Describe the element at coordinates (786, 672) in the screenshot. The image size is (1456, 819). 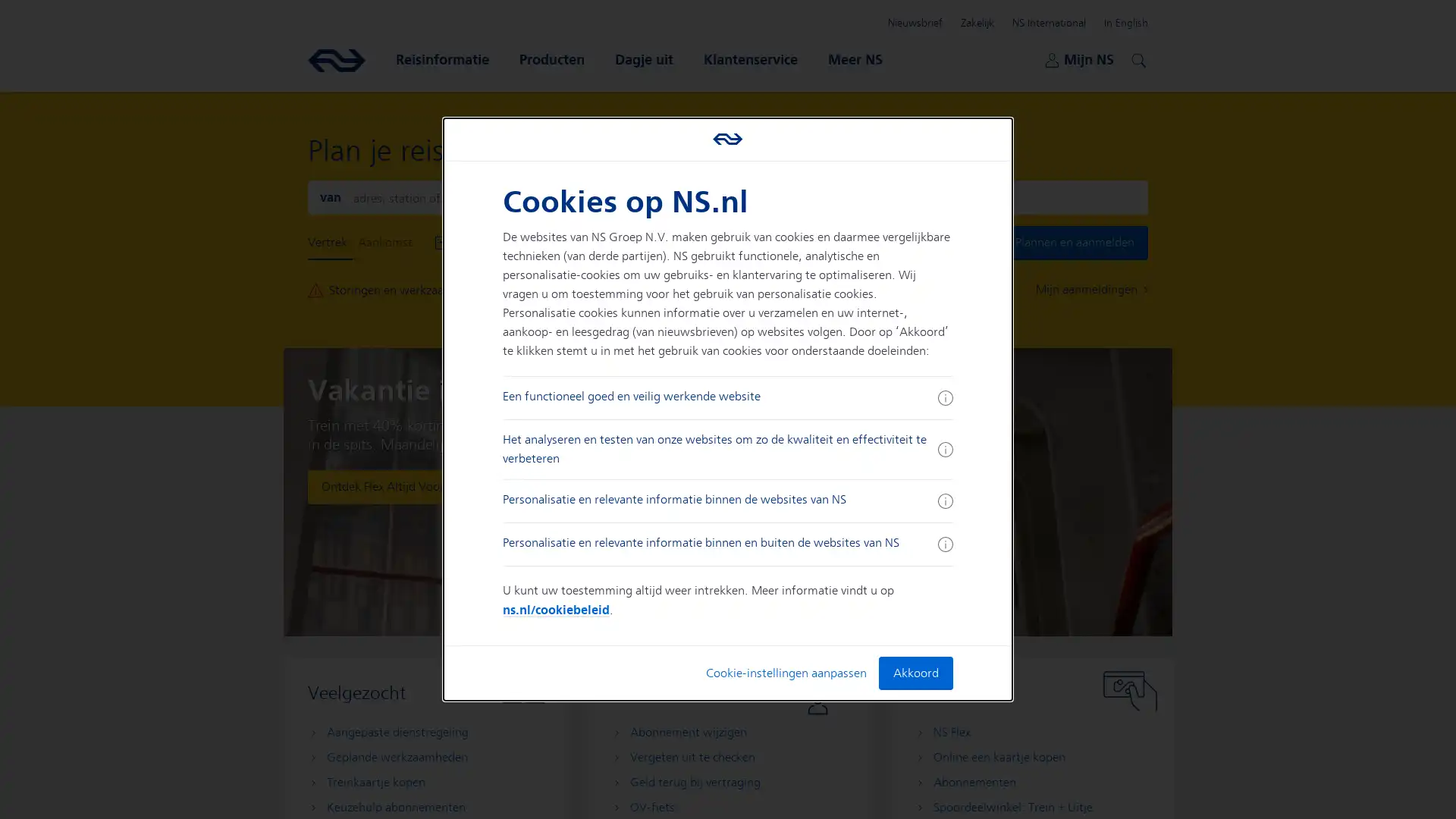
I see `Cookie-instellingen aanpassen` at that location.